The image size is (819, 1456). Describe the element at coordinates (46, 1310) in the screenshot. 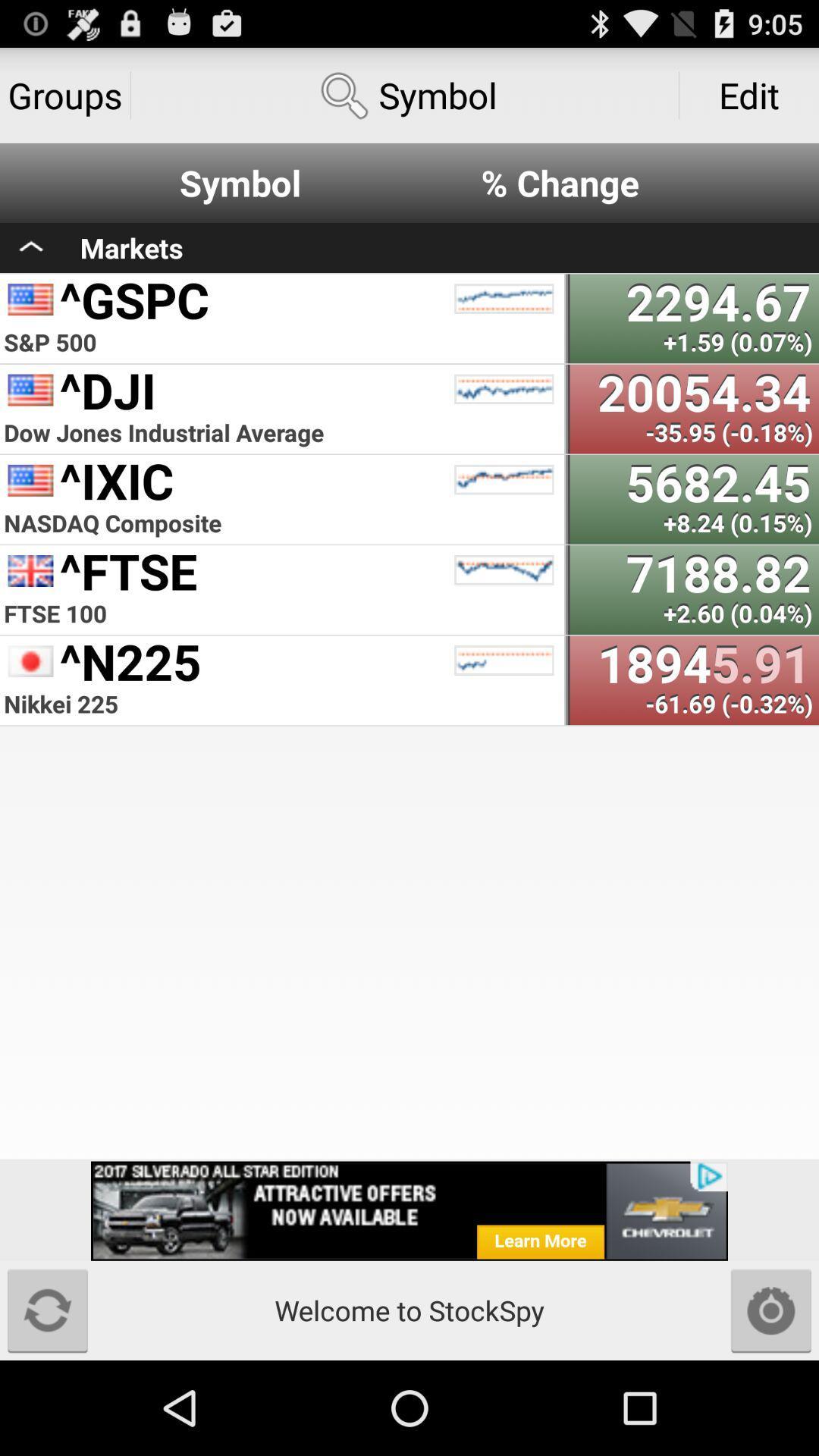

I see `reload page` at that location.